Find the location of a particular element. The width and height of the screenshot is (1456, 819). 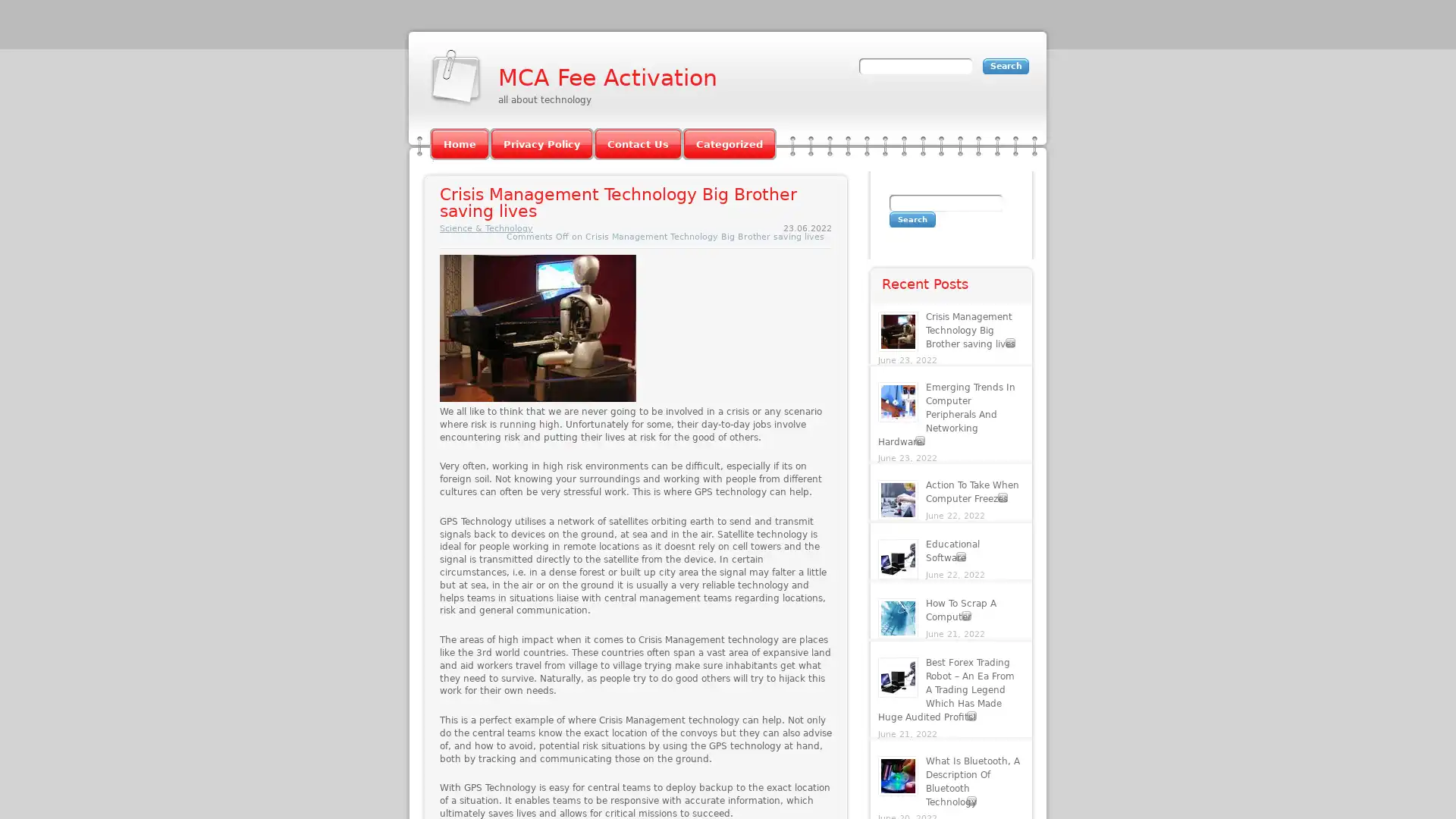

Search is located at coordinates (912, 219).